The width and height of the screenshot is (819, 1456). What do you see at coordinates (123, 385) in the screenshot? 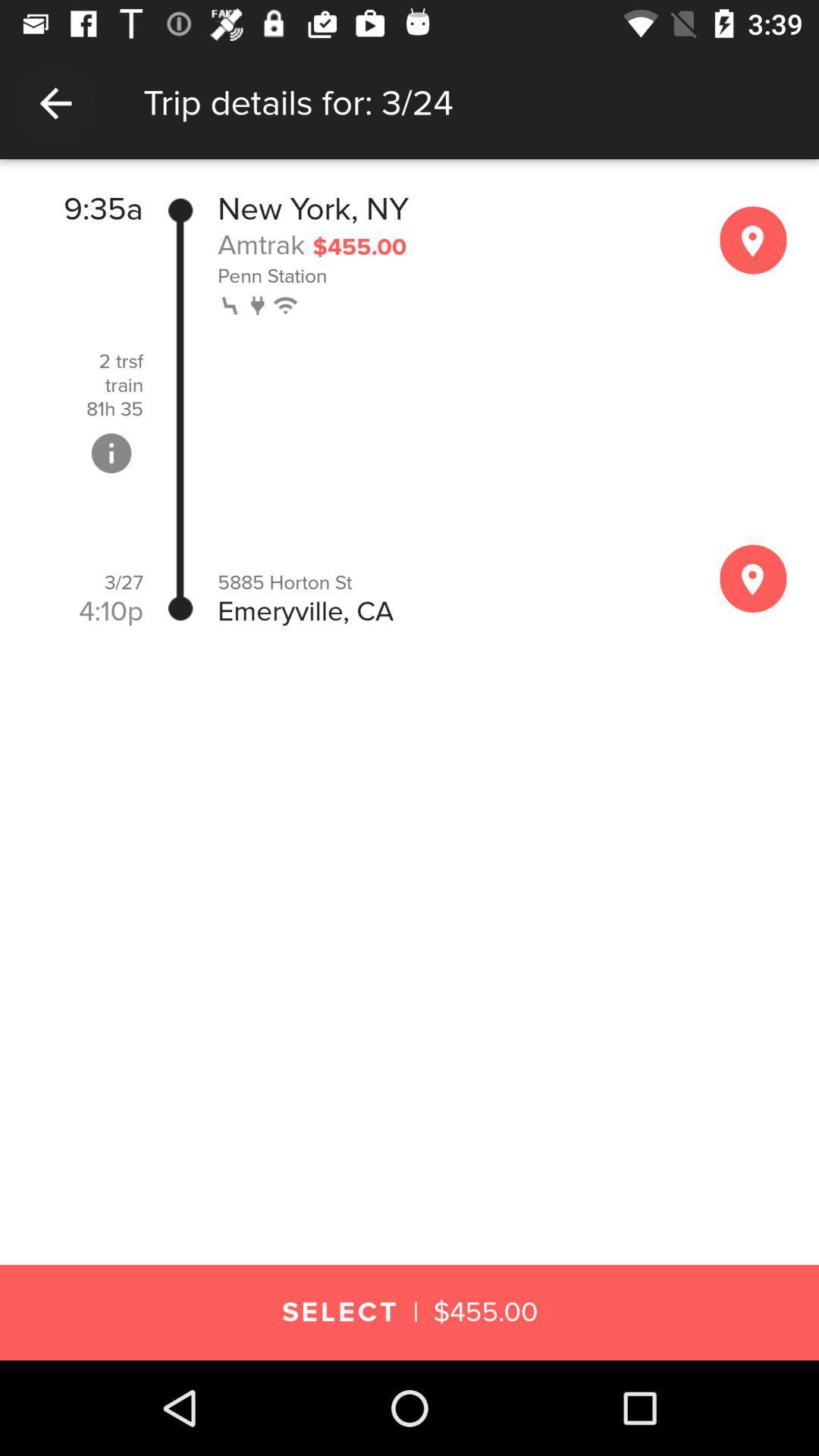
I see `train icon` at bounding box center [123, 385].